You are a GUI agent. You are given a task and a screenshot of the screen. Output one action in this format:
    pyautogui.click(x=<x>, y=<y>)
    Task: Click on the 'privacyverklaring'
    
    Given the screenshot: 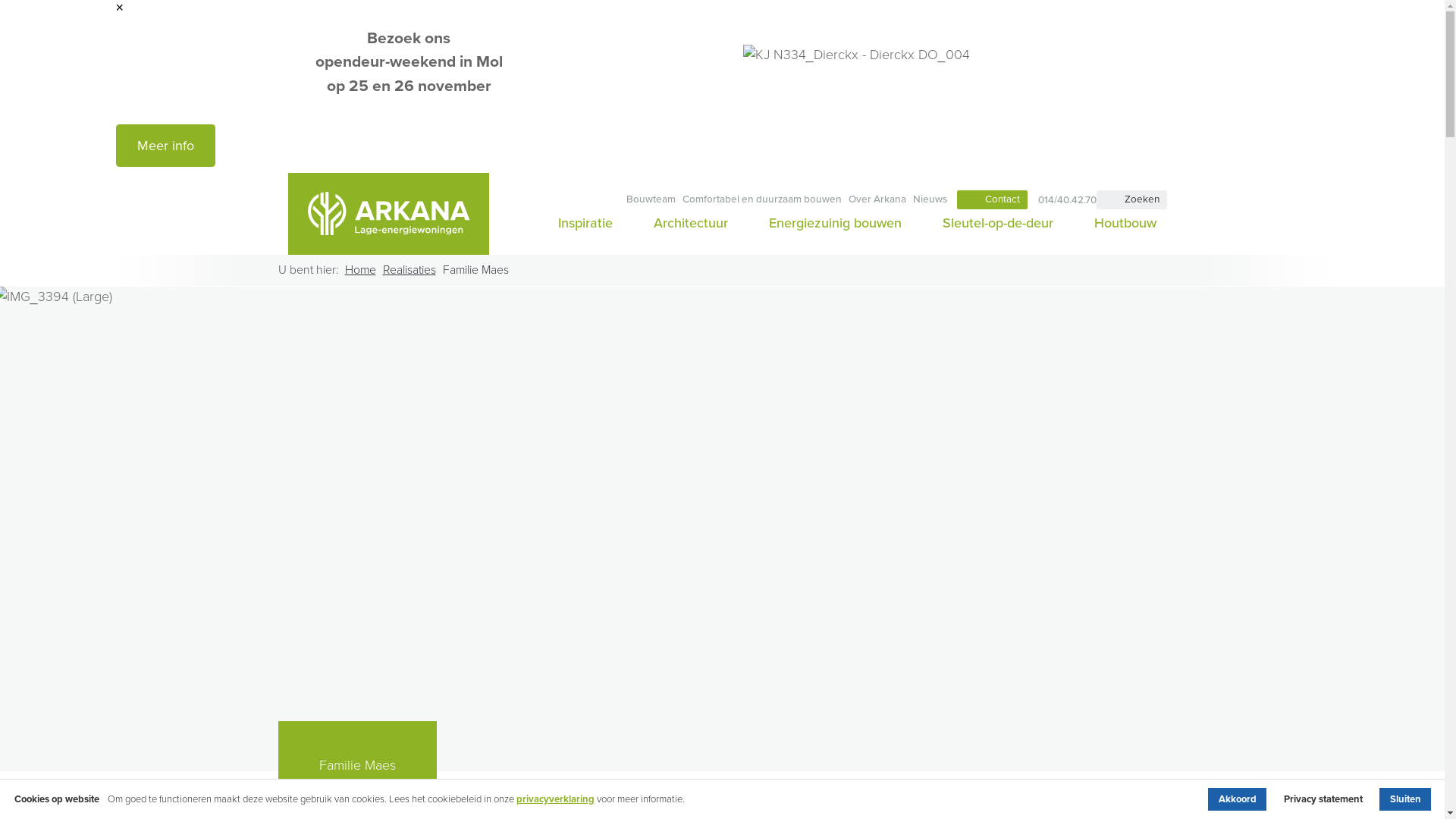 What is the action you would take?
    pyautogui.click(x=554, y=798)
    